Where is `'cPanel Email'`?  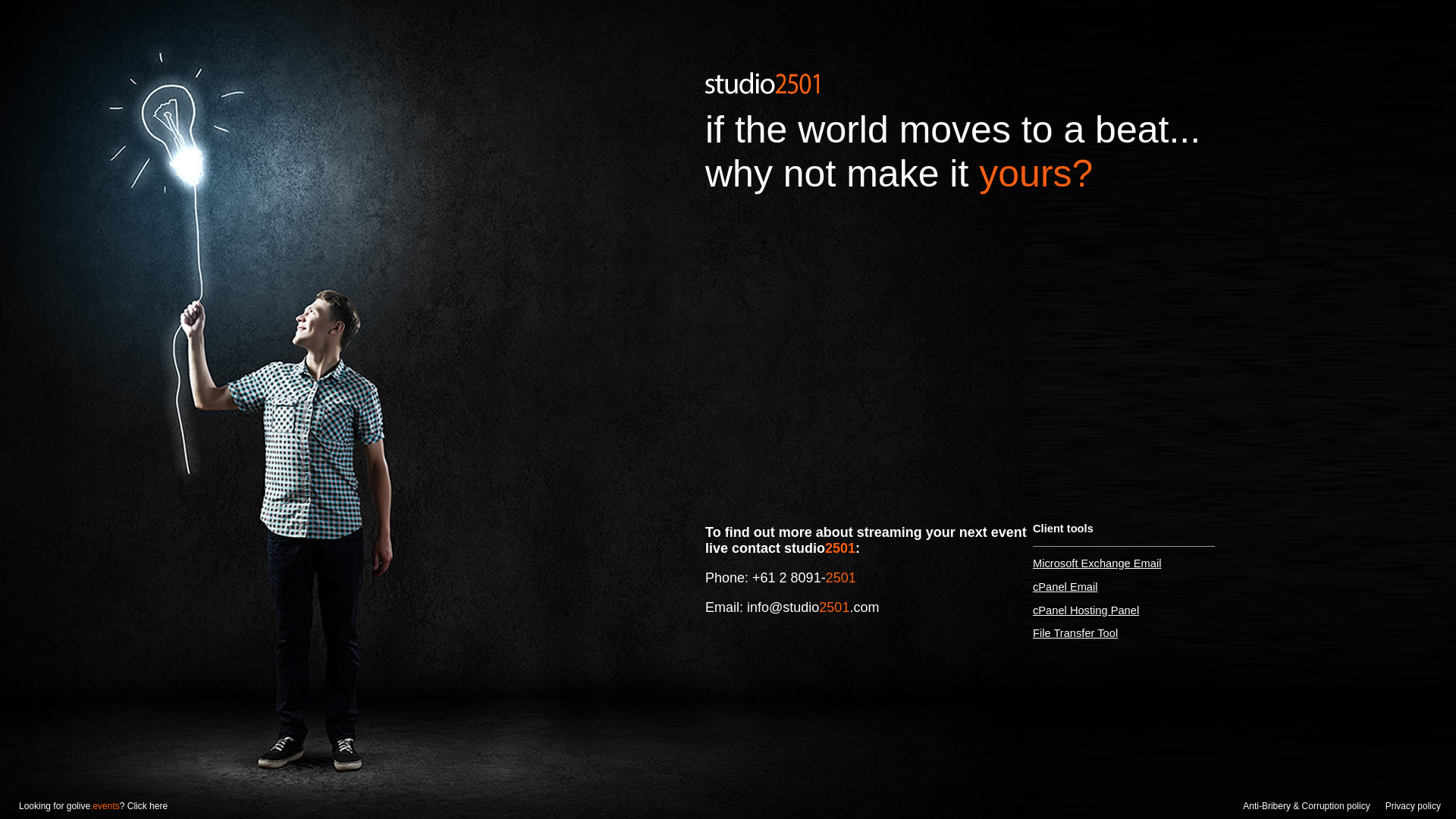 'cPanel Email' is located at coordinates (1032, 586).